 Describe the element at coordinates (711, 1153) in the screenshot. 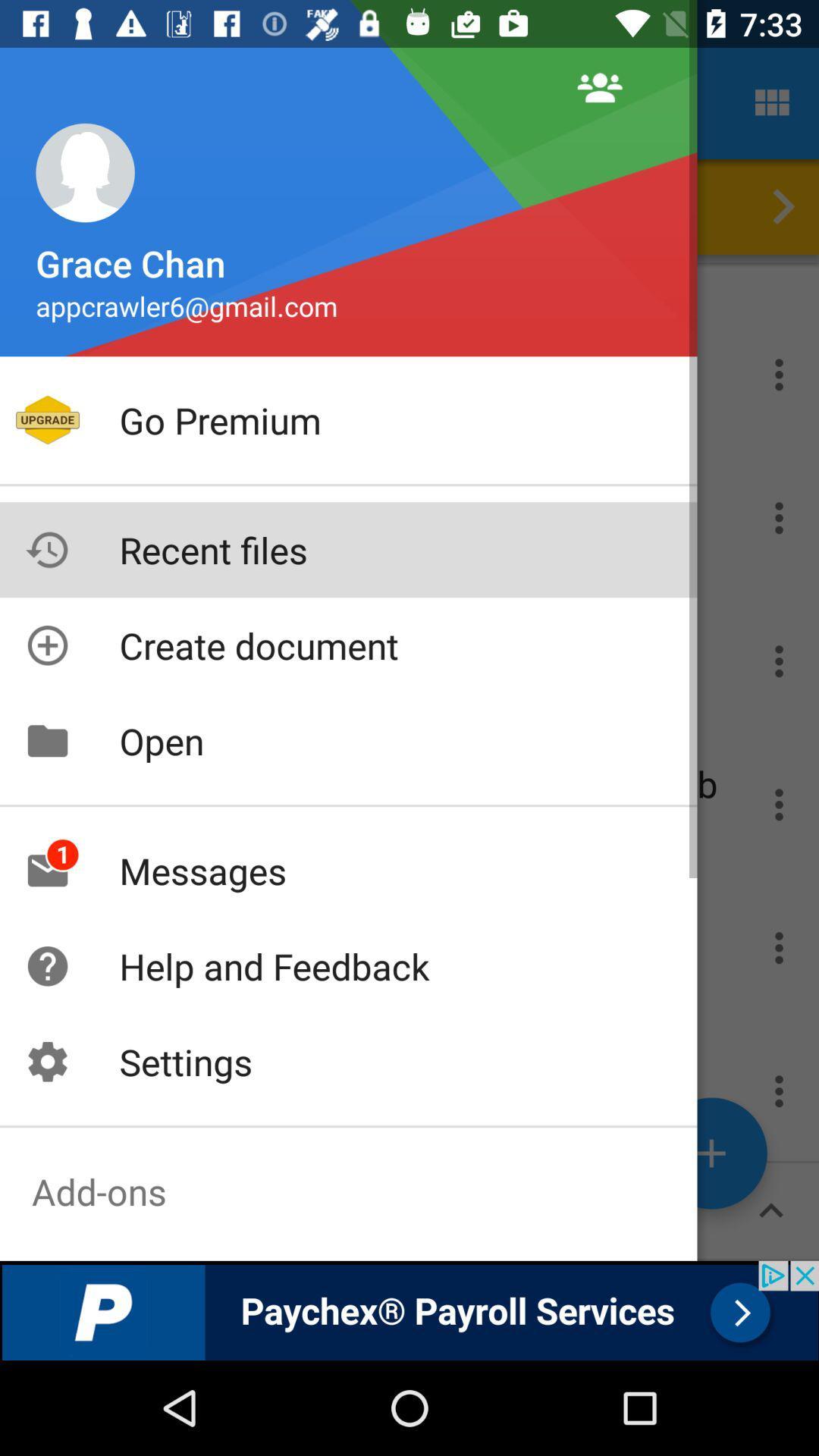

I see `the add icon` at that location.